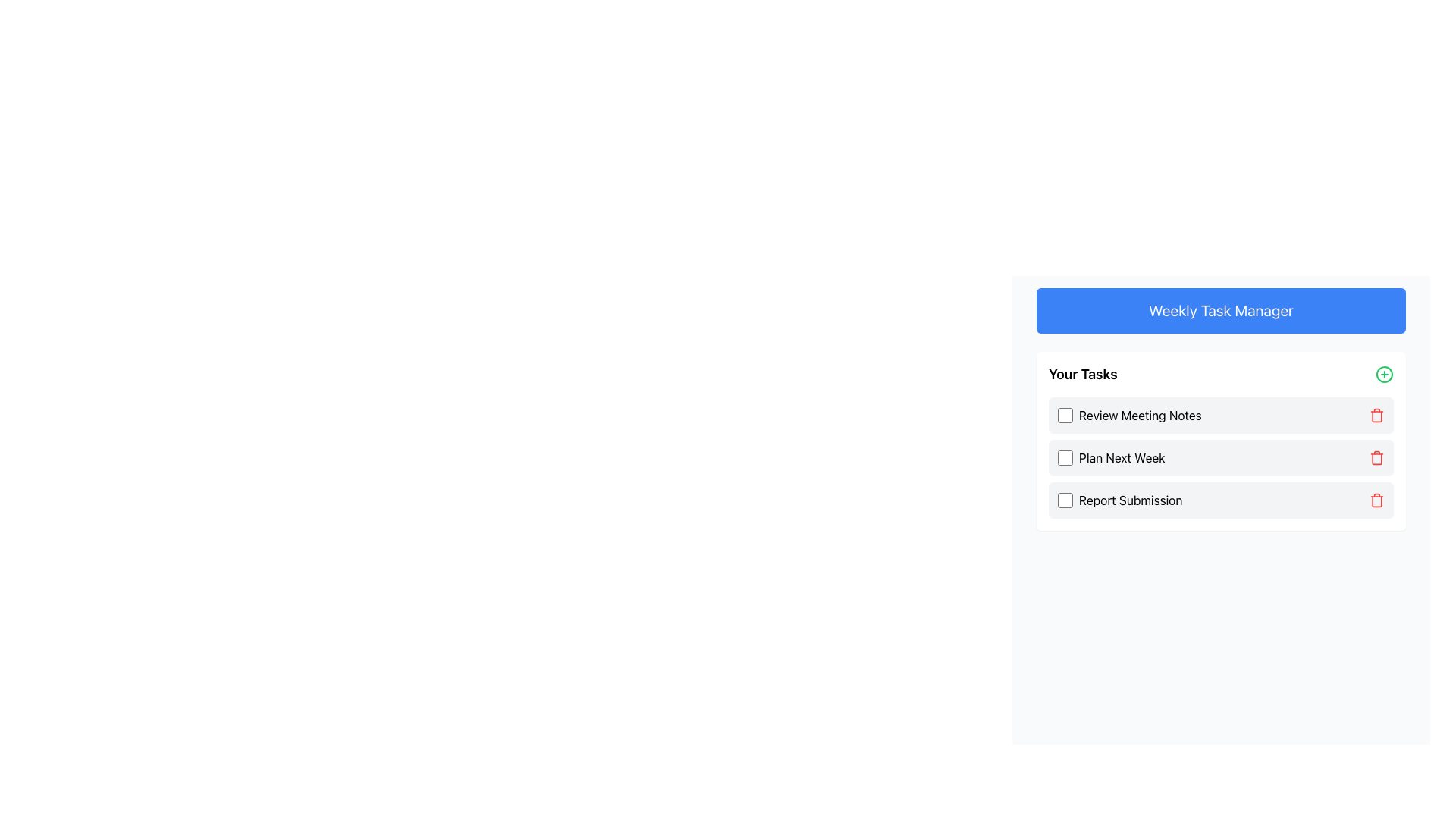 The width and height of the screenshot is (1456, 819). I want to click on the delete button for the 'Plan Next Week' task entry to confirm the deletion of the associated task from the task list, so click(1376, 457).